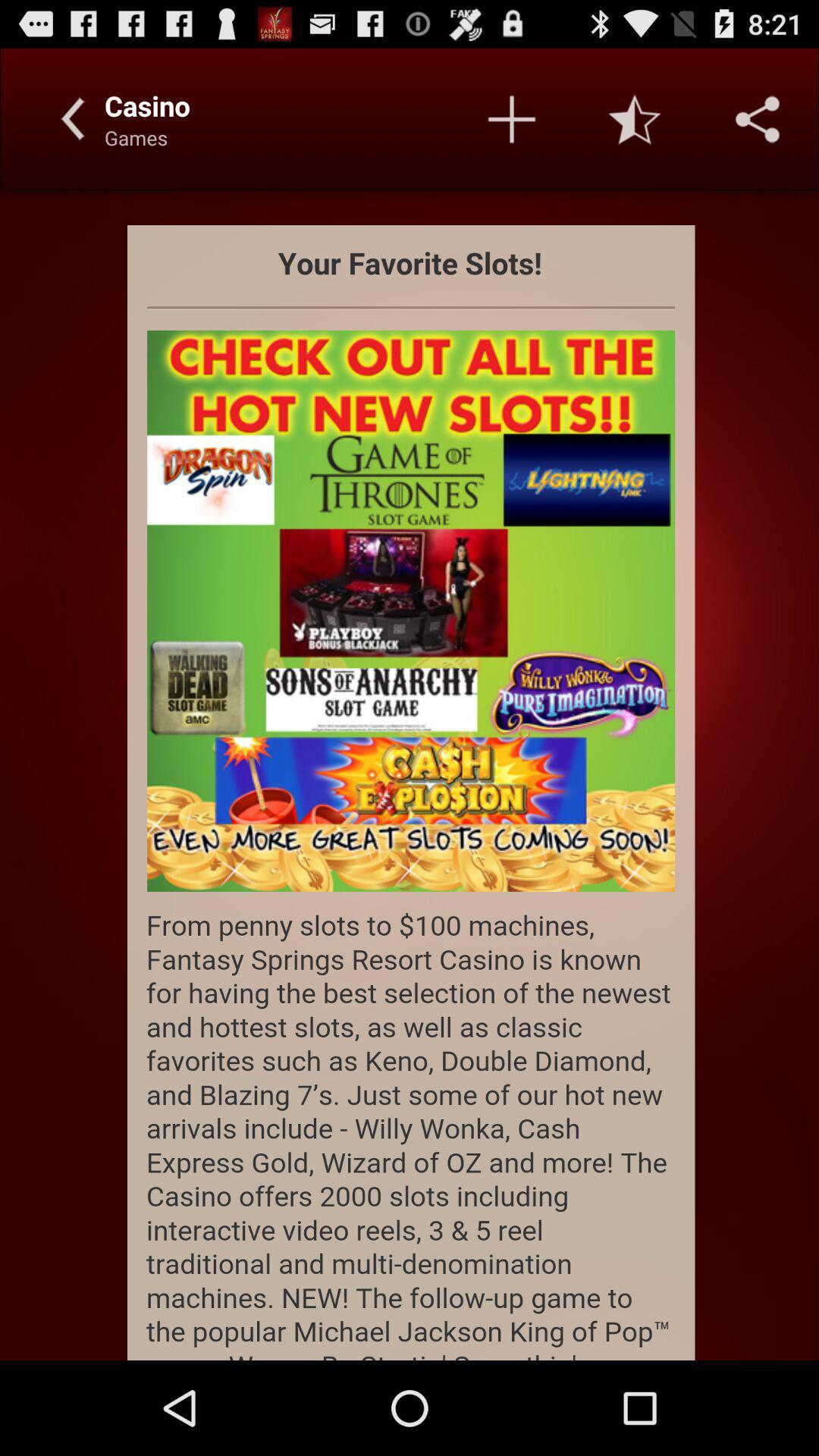  Describe the element at coordinates (635, 118) in the screenshot. I see `favourite` at that location.